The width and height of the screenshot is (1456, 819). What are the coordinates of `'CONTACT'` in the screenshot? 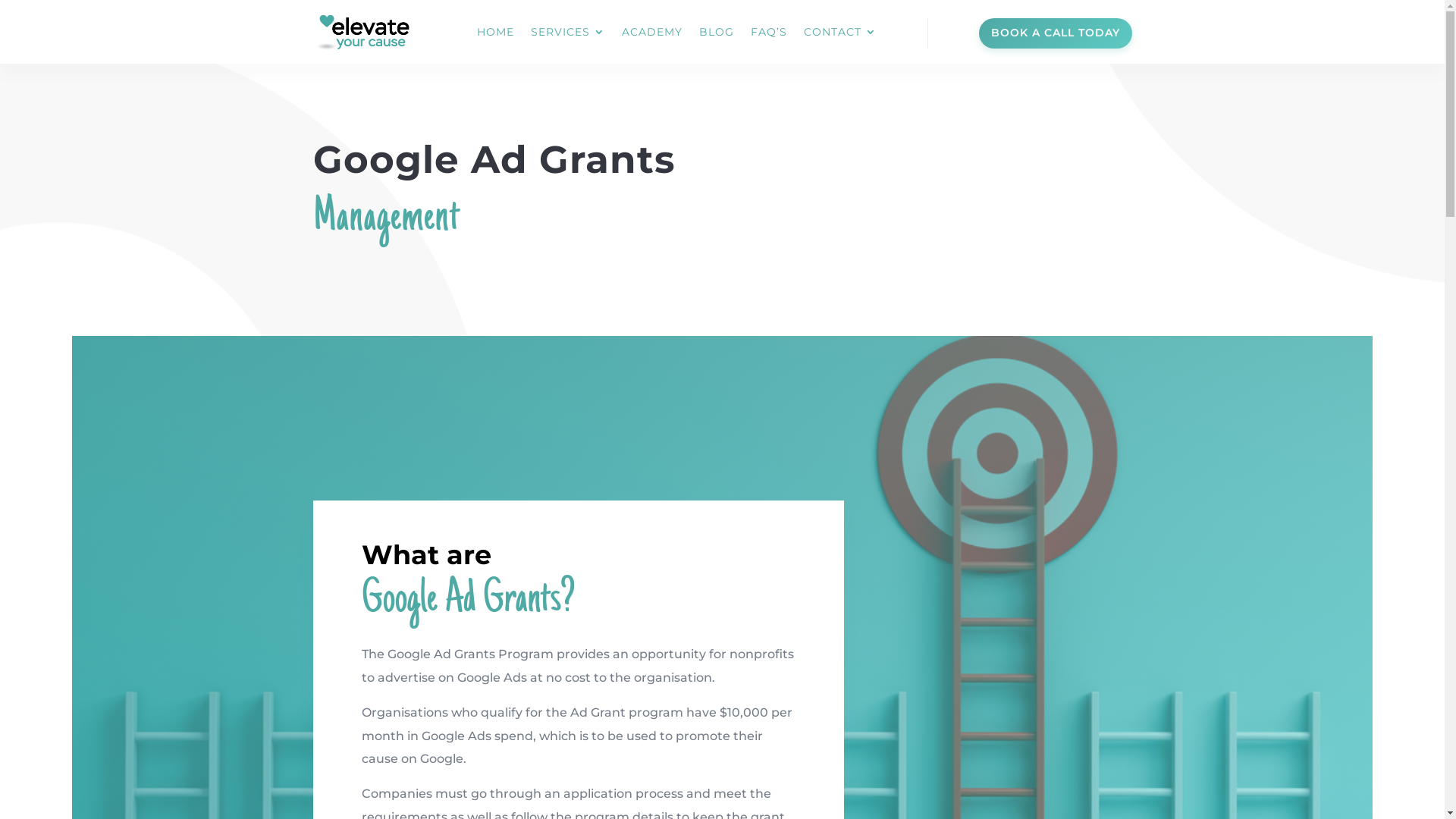 It's located at (839, 32).